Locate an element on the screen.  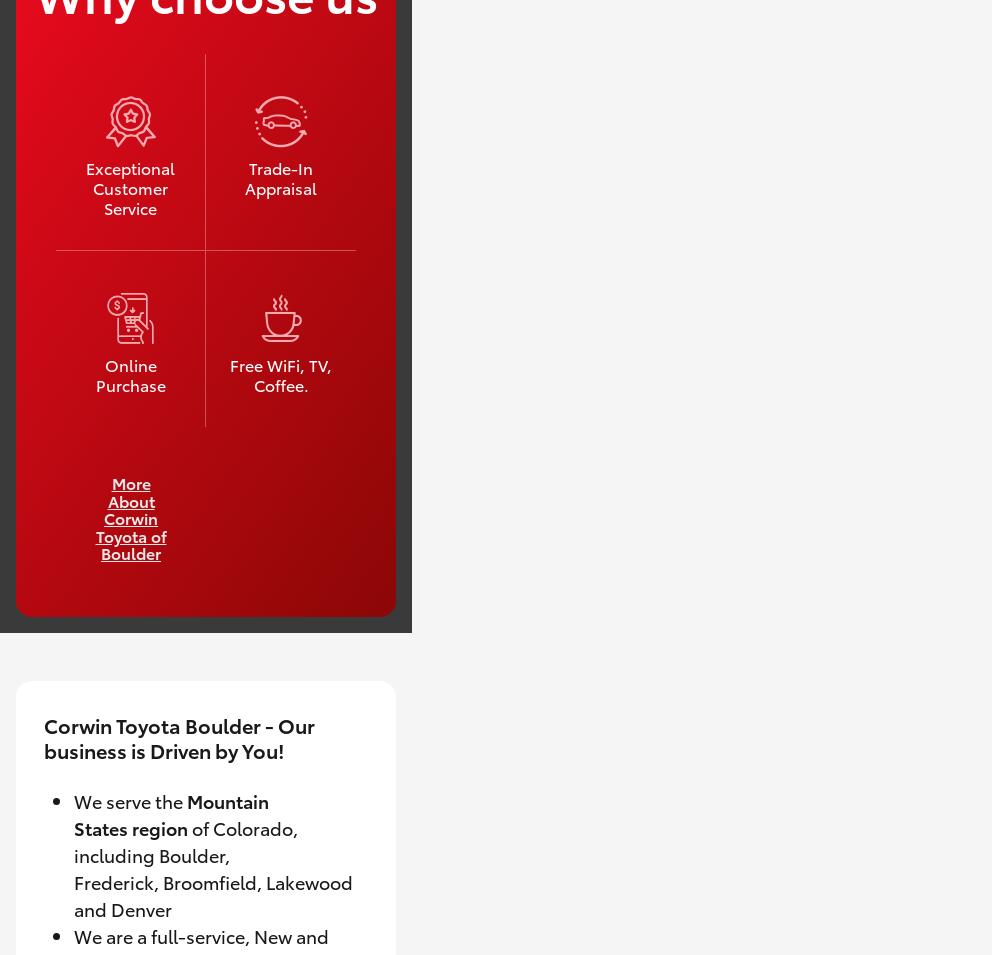
'We serve the' is located at coordinates (128, 800).